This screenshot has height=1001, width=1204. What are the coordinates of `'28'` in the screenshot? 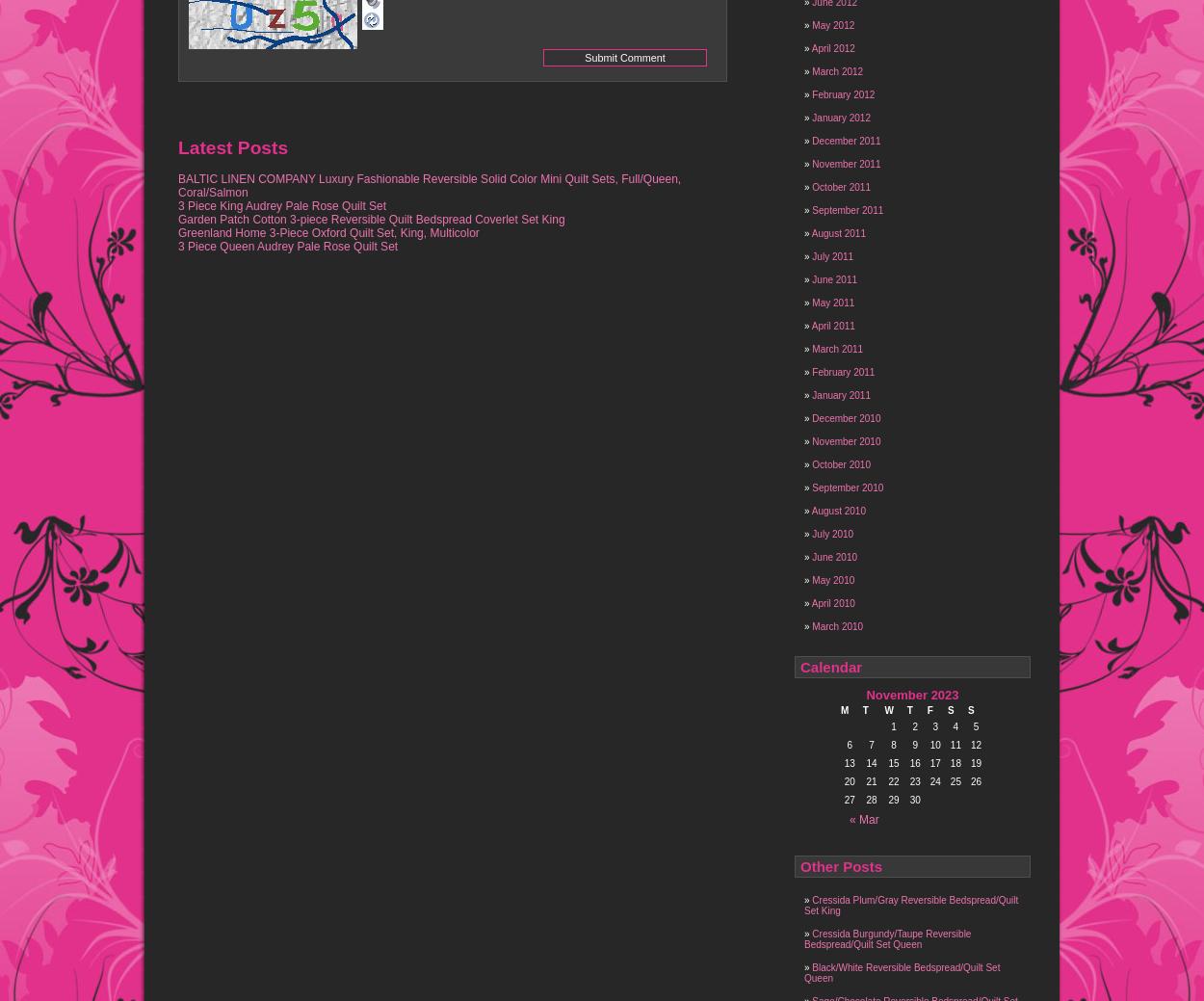 It's located at (871, 799).